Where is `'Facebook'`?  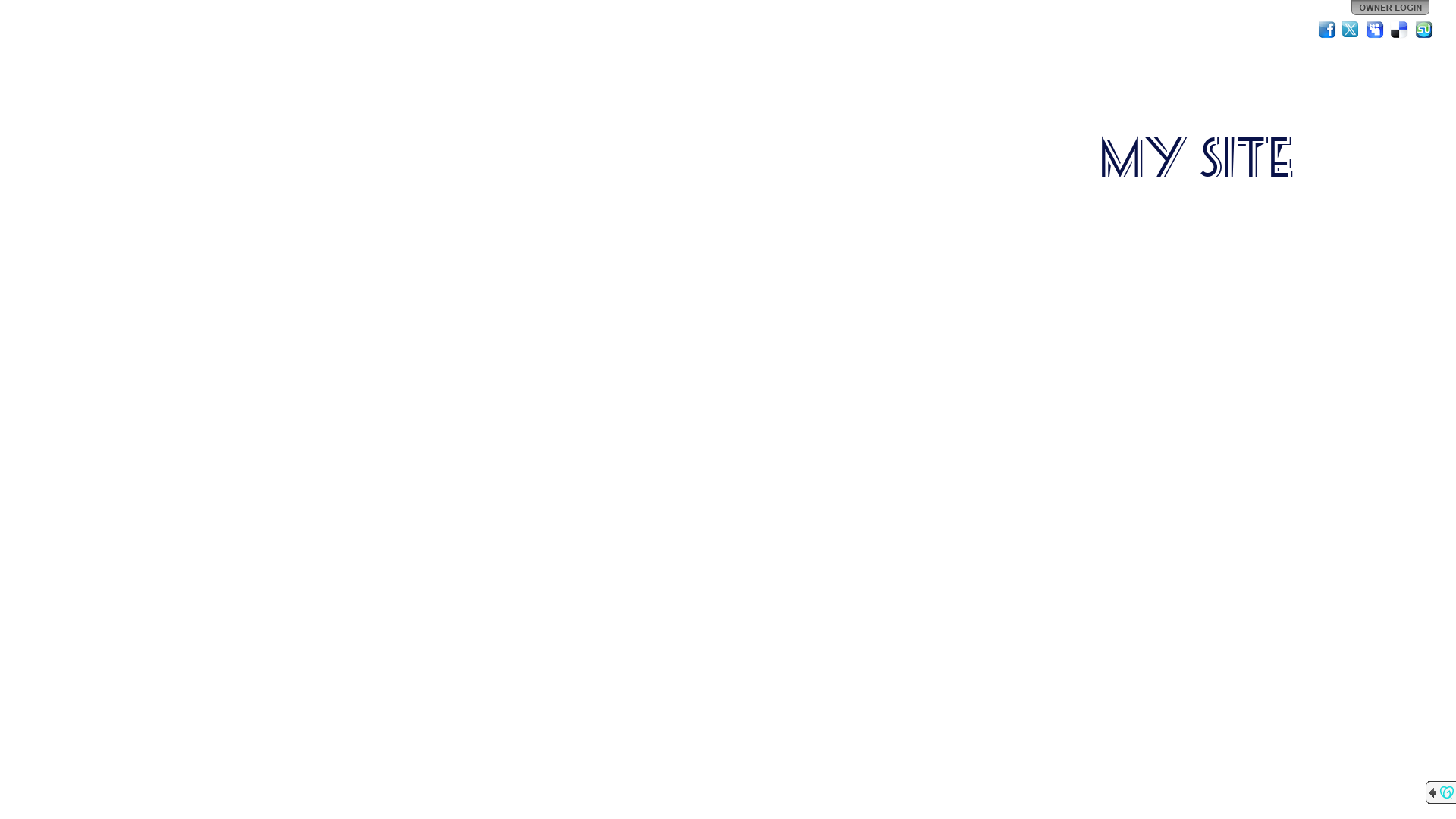 'Facebook' is located at coordinates (1326, 29).